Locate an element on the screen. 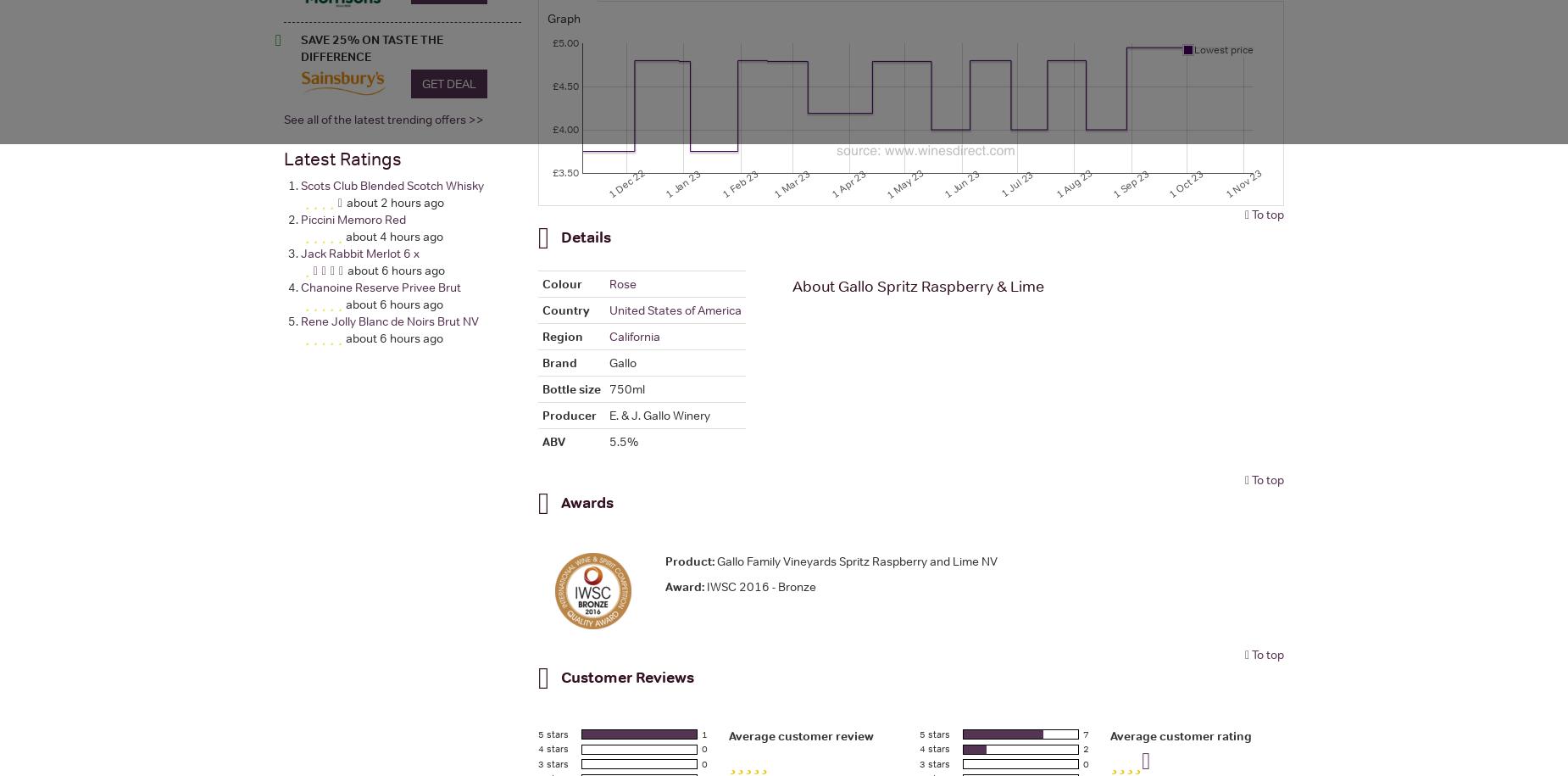 This screenshot has width=1568, height=776. '1 Jul 23' is located at coordinates (1015, 183).